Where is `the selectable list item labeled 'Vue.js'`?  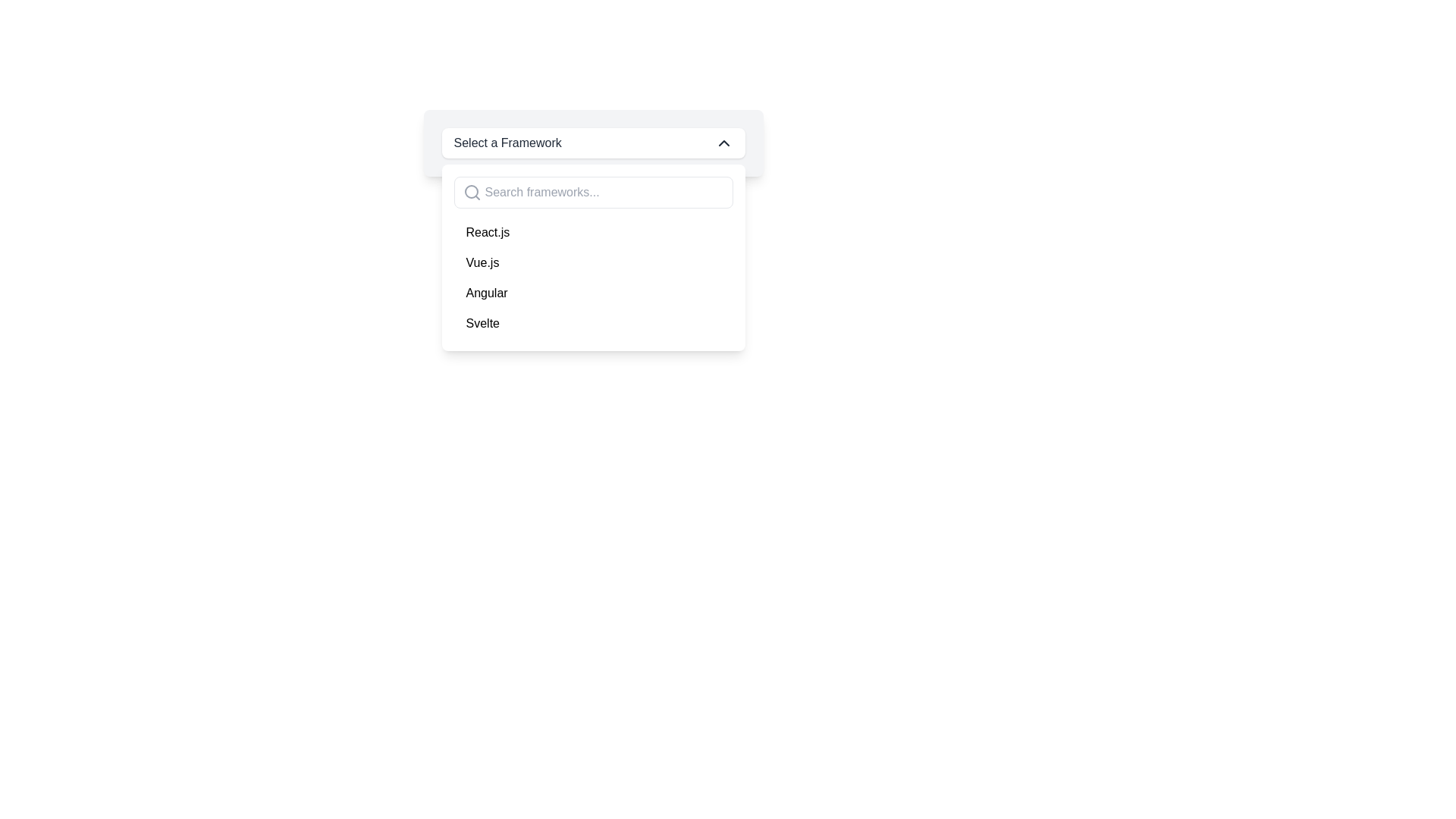
the selectable list item labeled 'Vue.js' is located at coordinates (592, 262).